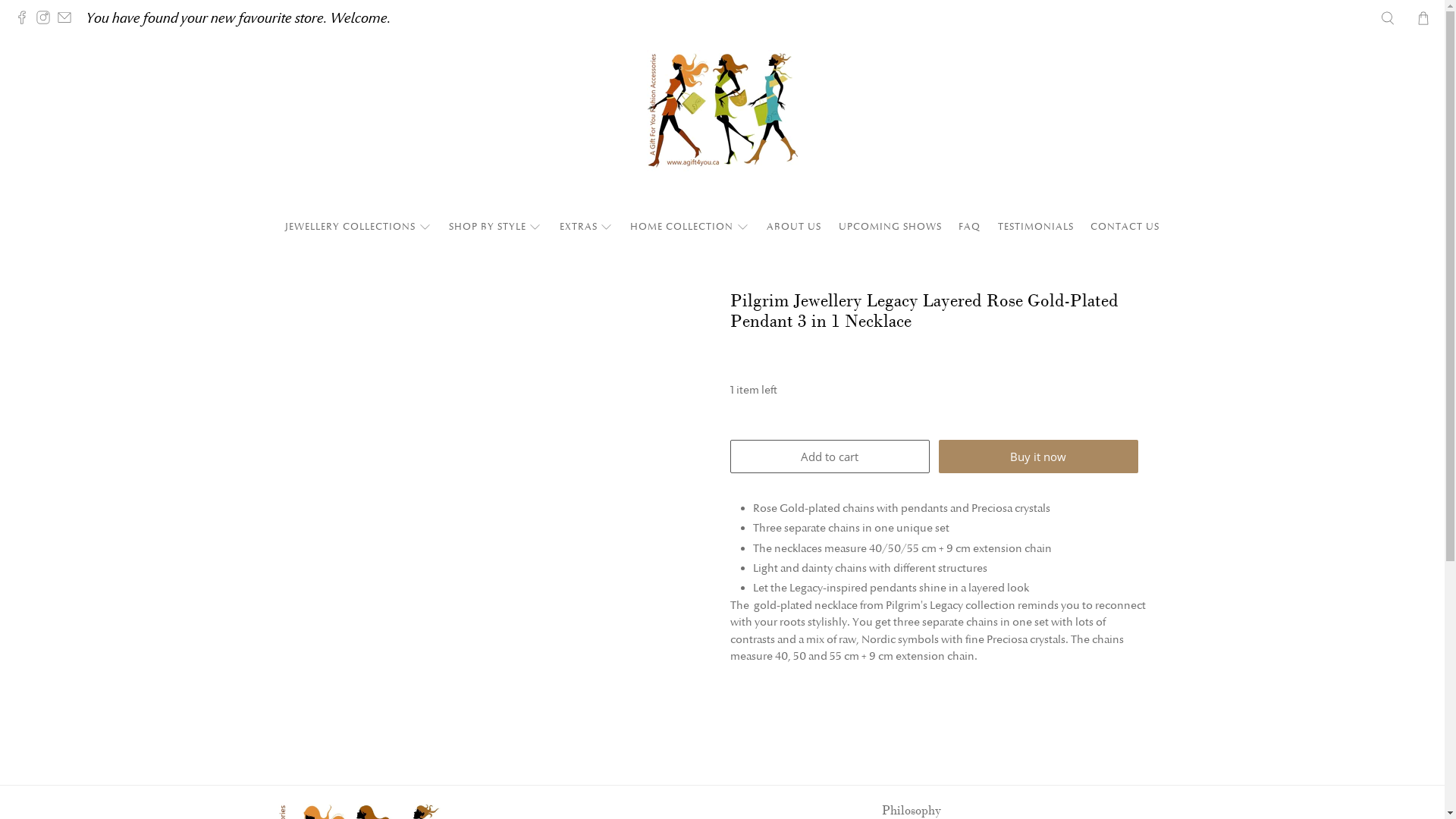  Describe the element at coordinates (689, 227) in the screenshot. I see `'HOME COLLECTION'` at that location.